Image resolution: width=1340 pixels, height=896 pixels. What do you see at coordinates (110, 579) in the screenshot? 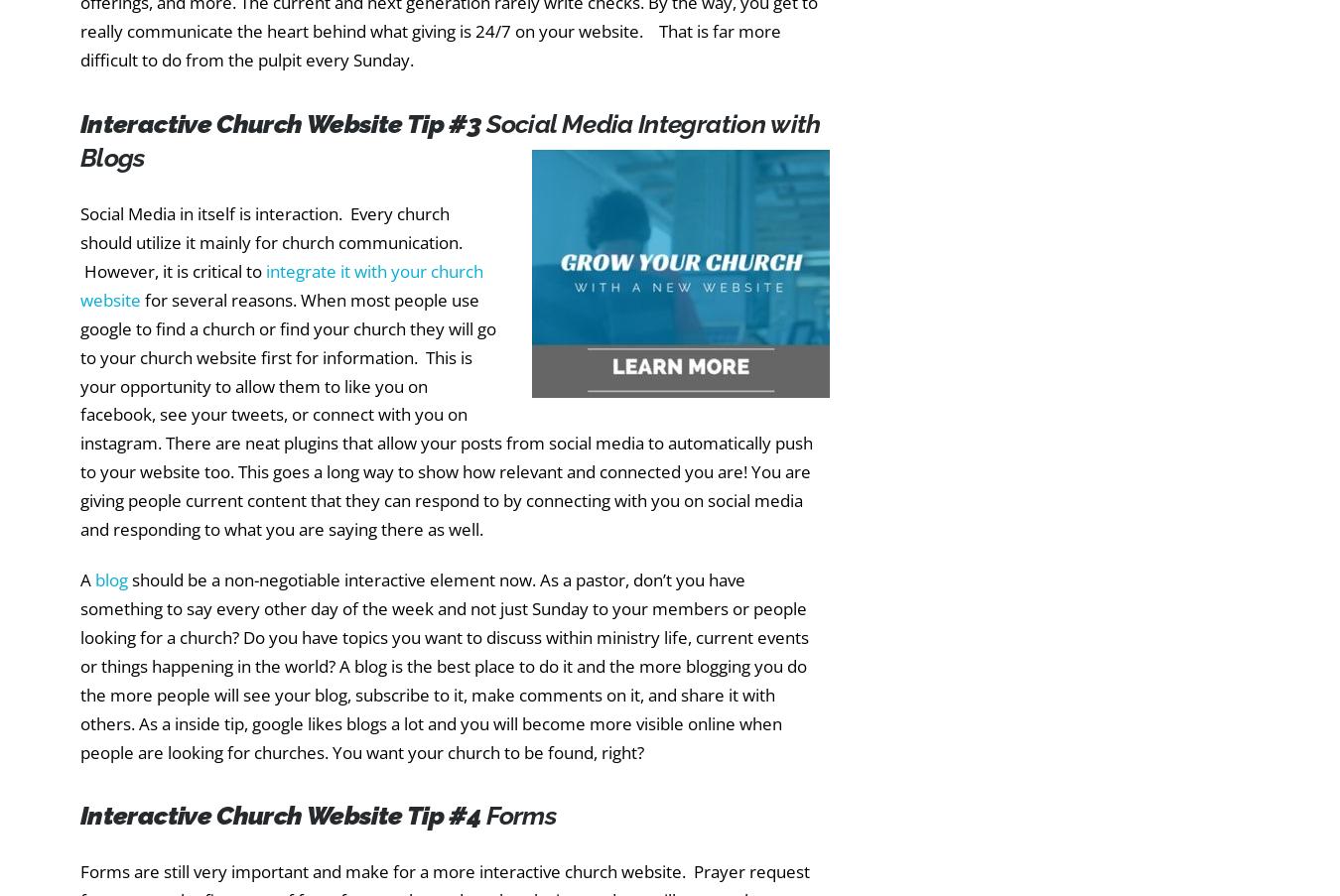
I see `'blog'` at bounding box center [110, 579].